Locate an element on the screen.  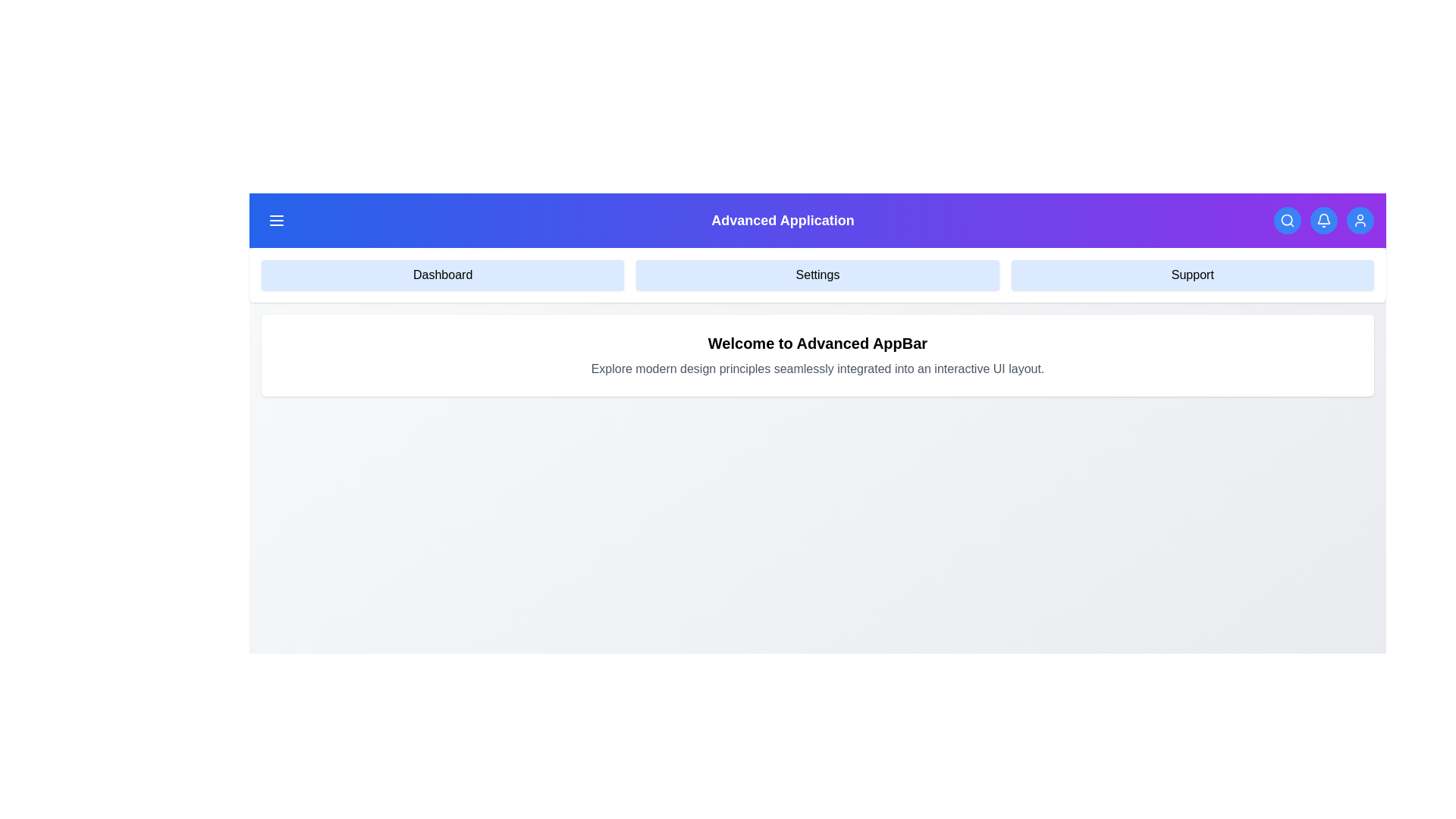
the menu button to toggle the menu visibility is located at coordinates (276, 220).